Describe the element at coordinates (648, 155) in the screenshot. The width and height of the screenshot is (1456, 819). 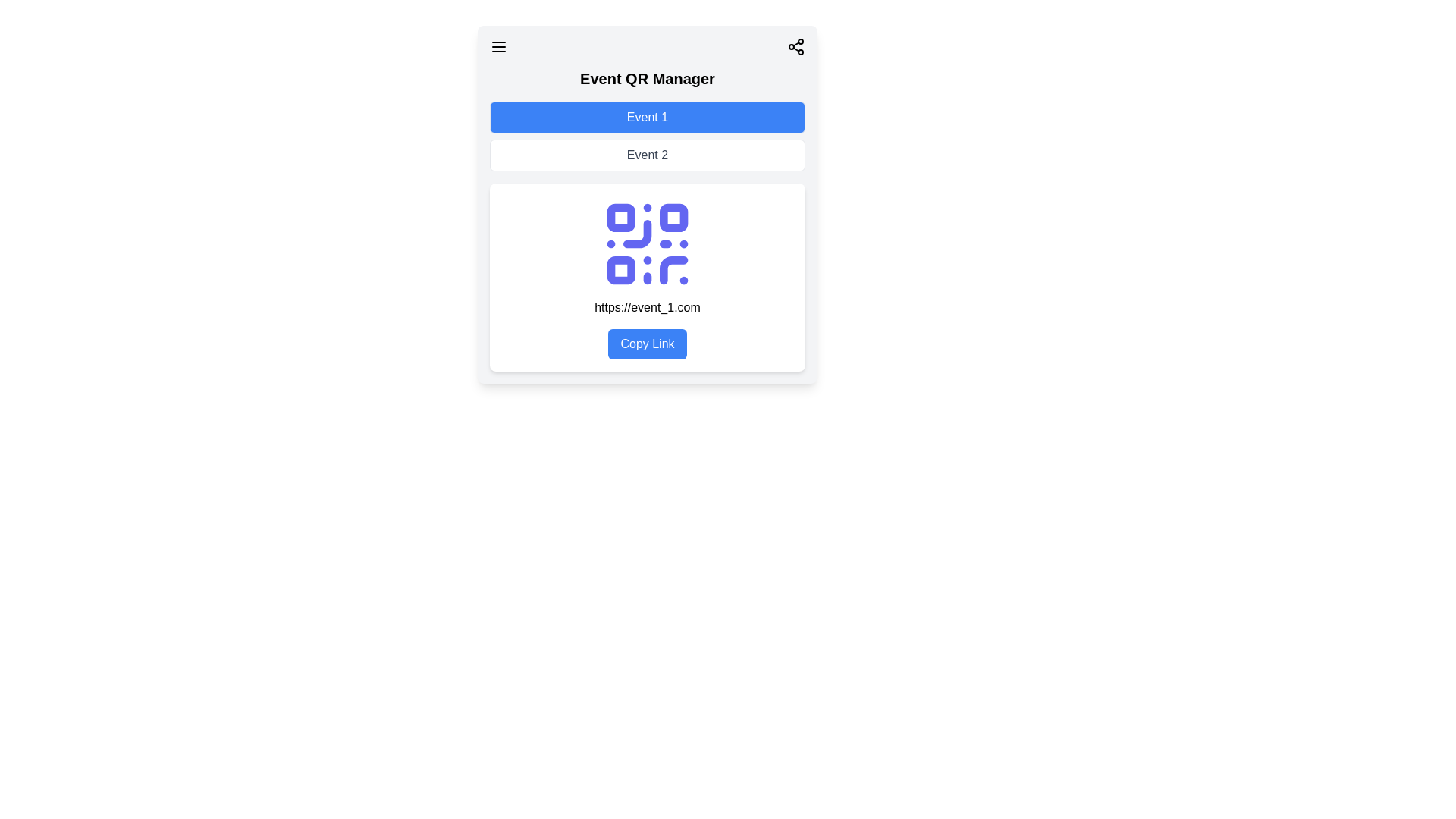
I see `the button labeled 'Event 2' which is a rounded rectangle with a white background and gray text, positioned below the 'Event 1' button` at that location.